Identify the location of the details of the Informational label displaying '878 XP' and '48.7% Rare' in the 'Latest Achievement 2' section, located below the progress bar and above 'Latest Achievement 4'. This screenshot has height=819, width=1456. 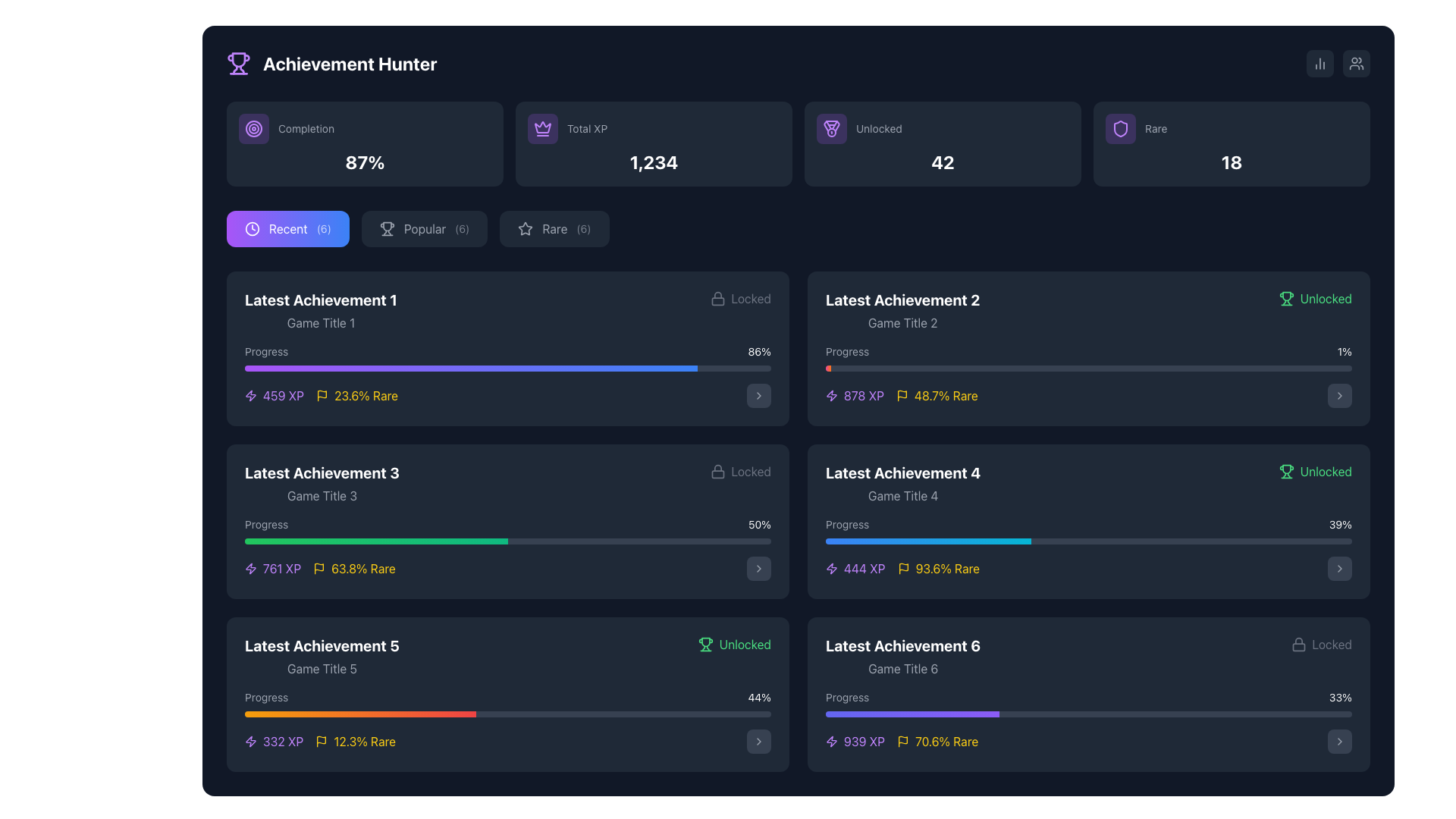
(902, 394).